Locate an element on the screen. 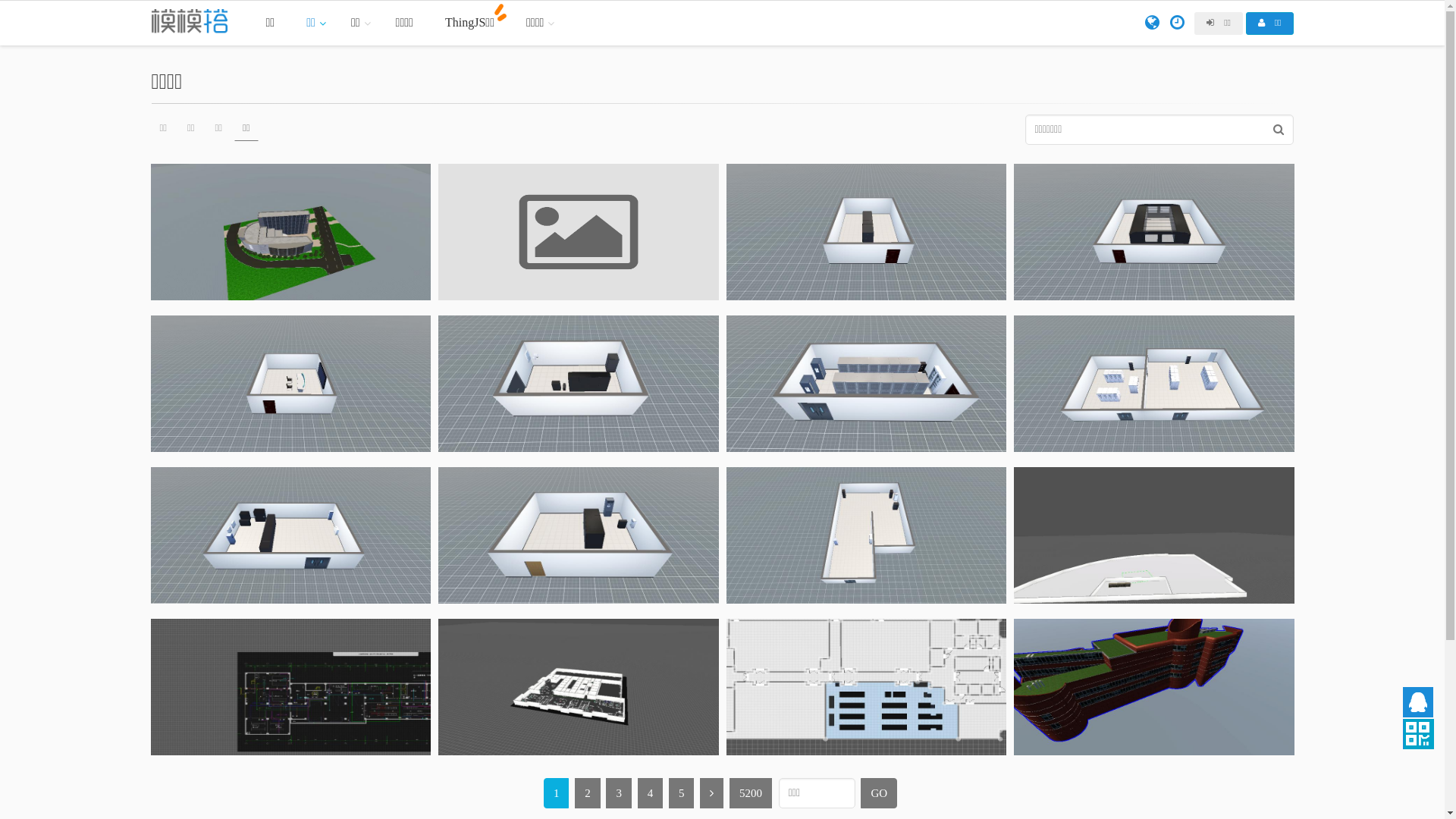 This screenshot has width=1456, height=819. '2' is located at coordinates (574, 792).